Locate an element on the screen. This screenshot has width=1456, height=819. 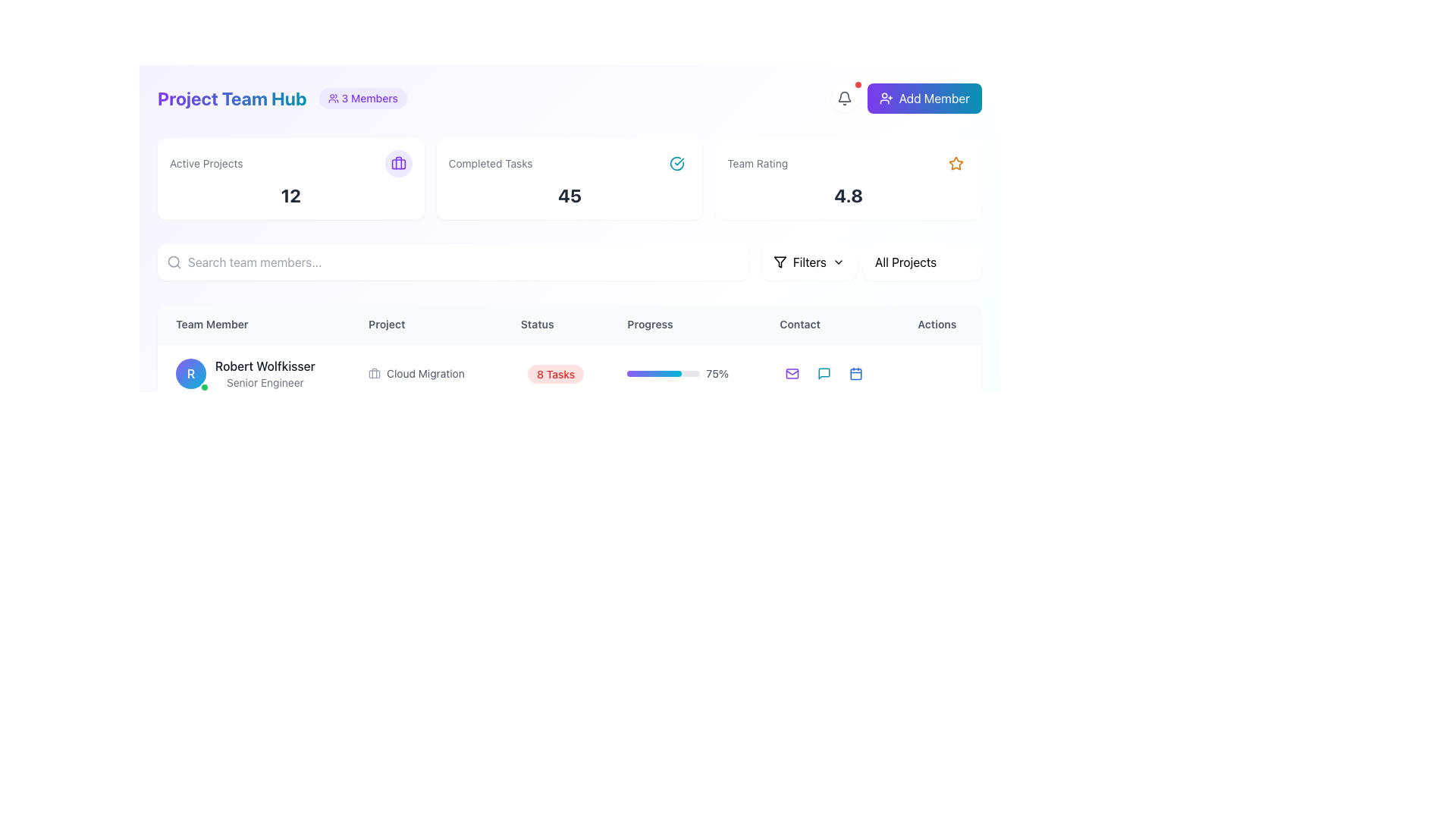
the decorative rating icon located in the top-right quadrant of the interface, which represents the 'Team Rating' metric is located at coordinates (955, 164).